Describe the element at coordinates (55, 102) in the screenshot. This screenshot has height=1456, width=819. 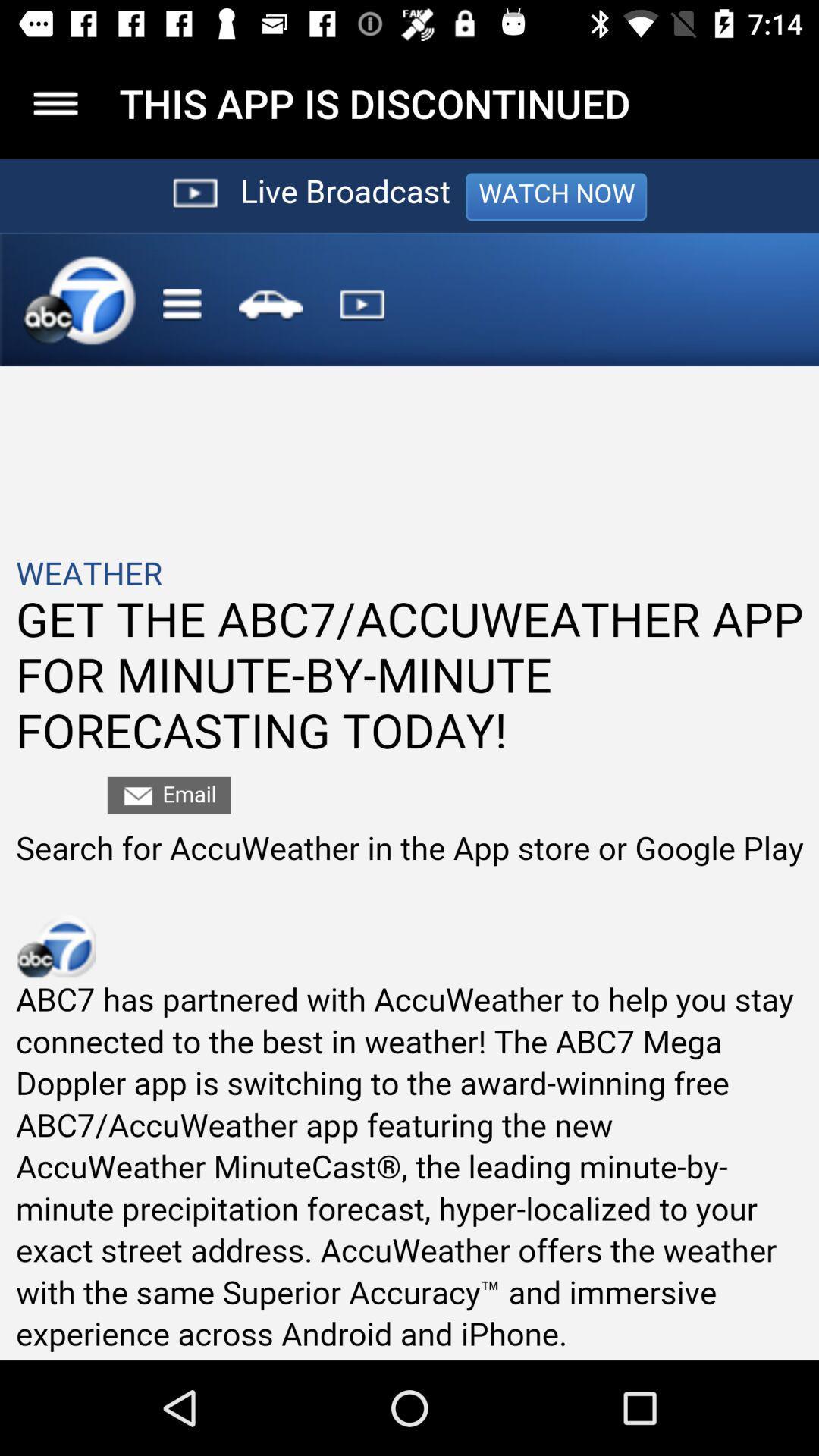
I see `hamburger menu` at that location.